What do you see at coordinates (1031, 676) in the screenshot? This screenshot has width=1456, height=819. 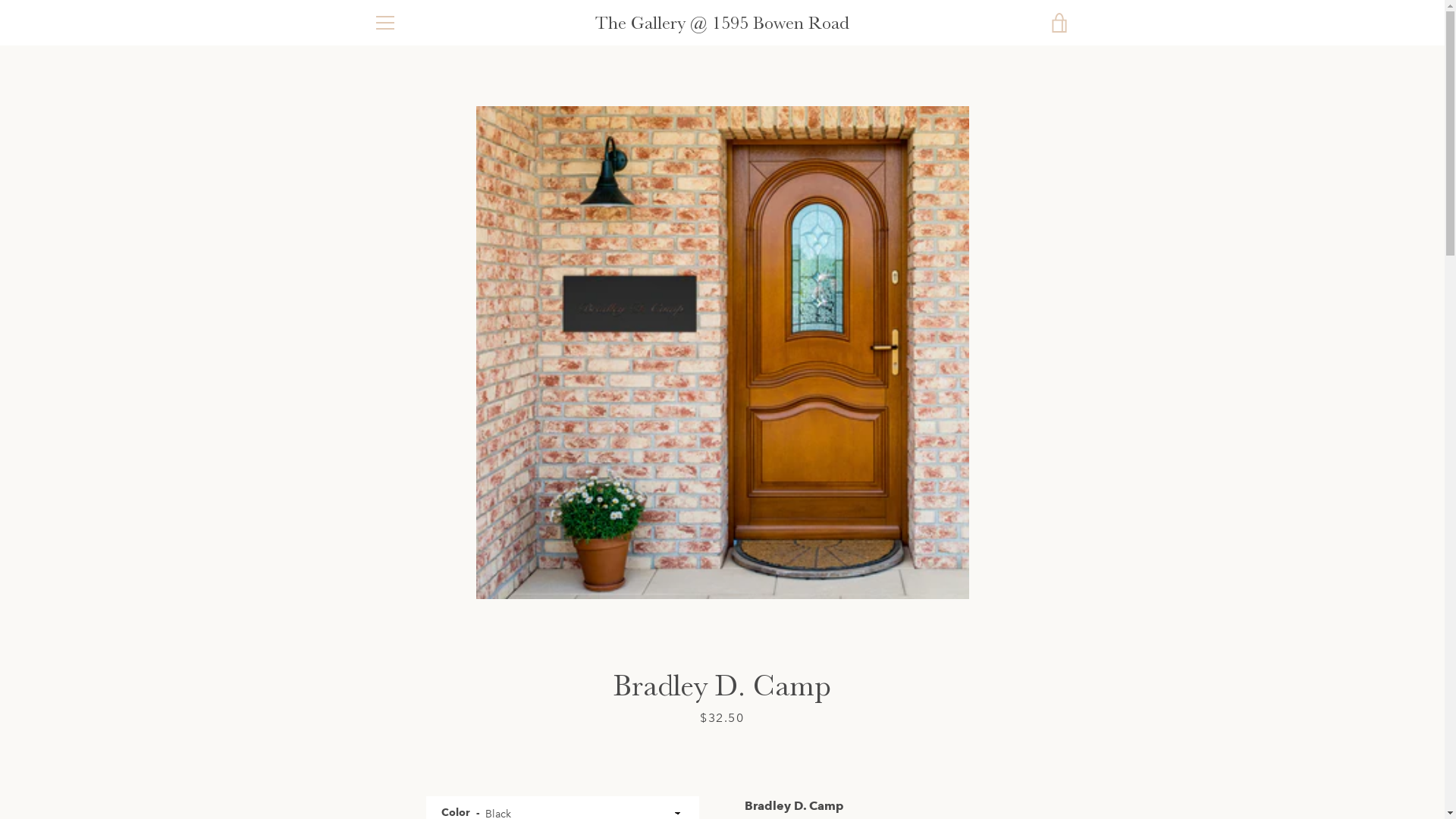 I see `'SUBSCRIBE'` at bounding box center [1031, 676].